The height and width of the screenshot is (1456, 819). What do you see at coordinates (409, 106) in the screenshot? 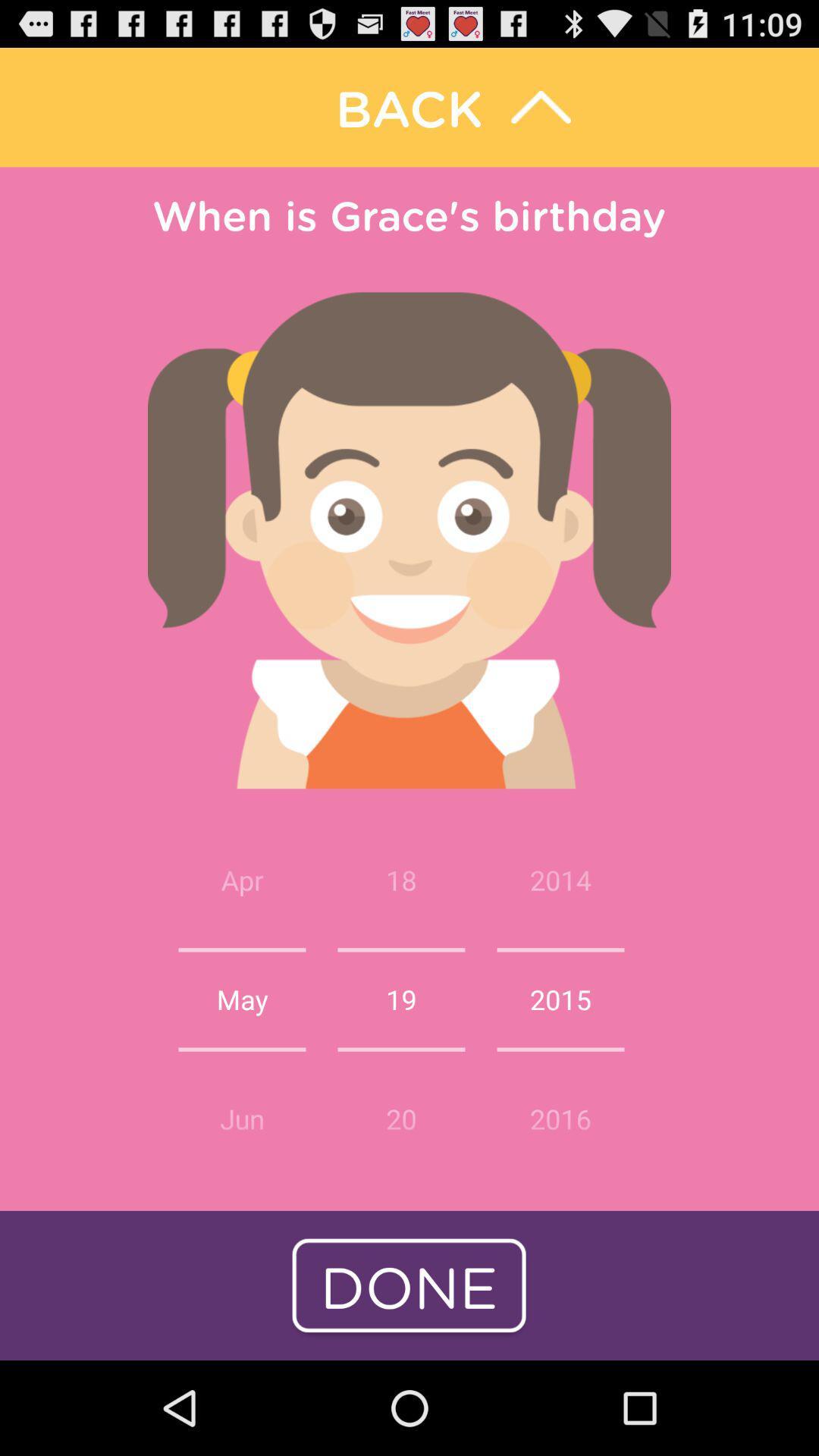
I see `go back` at bounding box center [409, 106].